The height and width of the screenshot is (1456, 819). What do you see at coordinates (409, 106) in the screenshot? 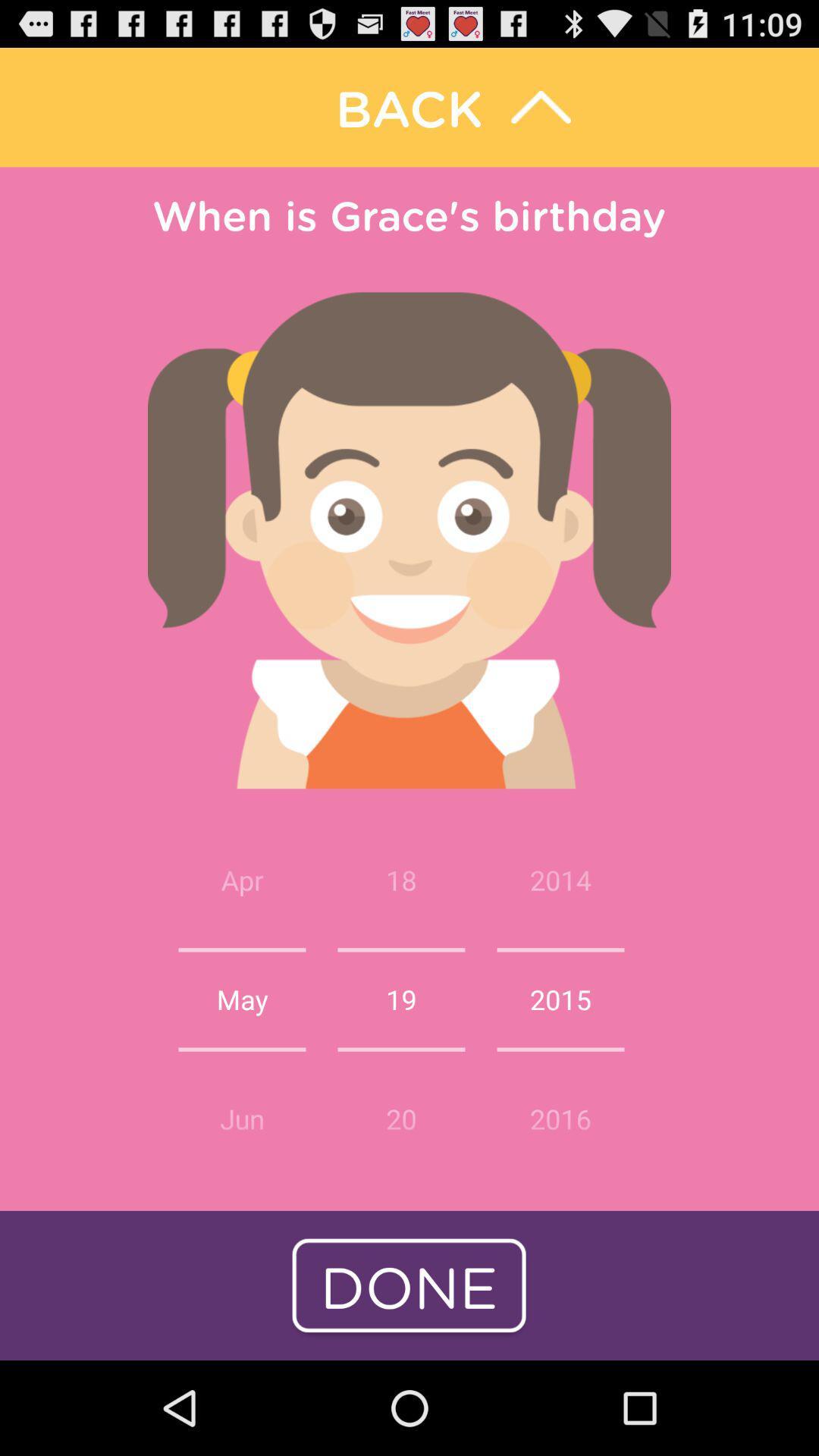
I see `go back` at bounding box center [409, 106].